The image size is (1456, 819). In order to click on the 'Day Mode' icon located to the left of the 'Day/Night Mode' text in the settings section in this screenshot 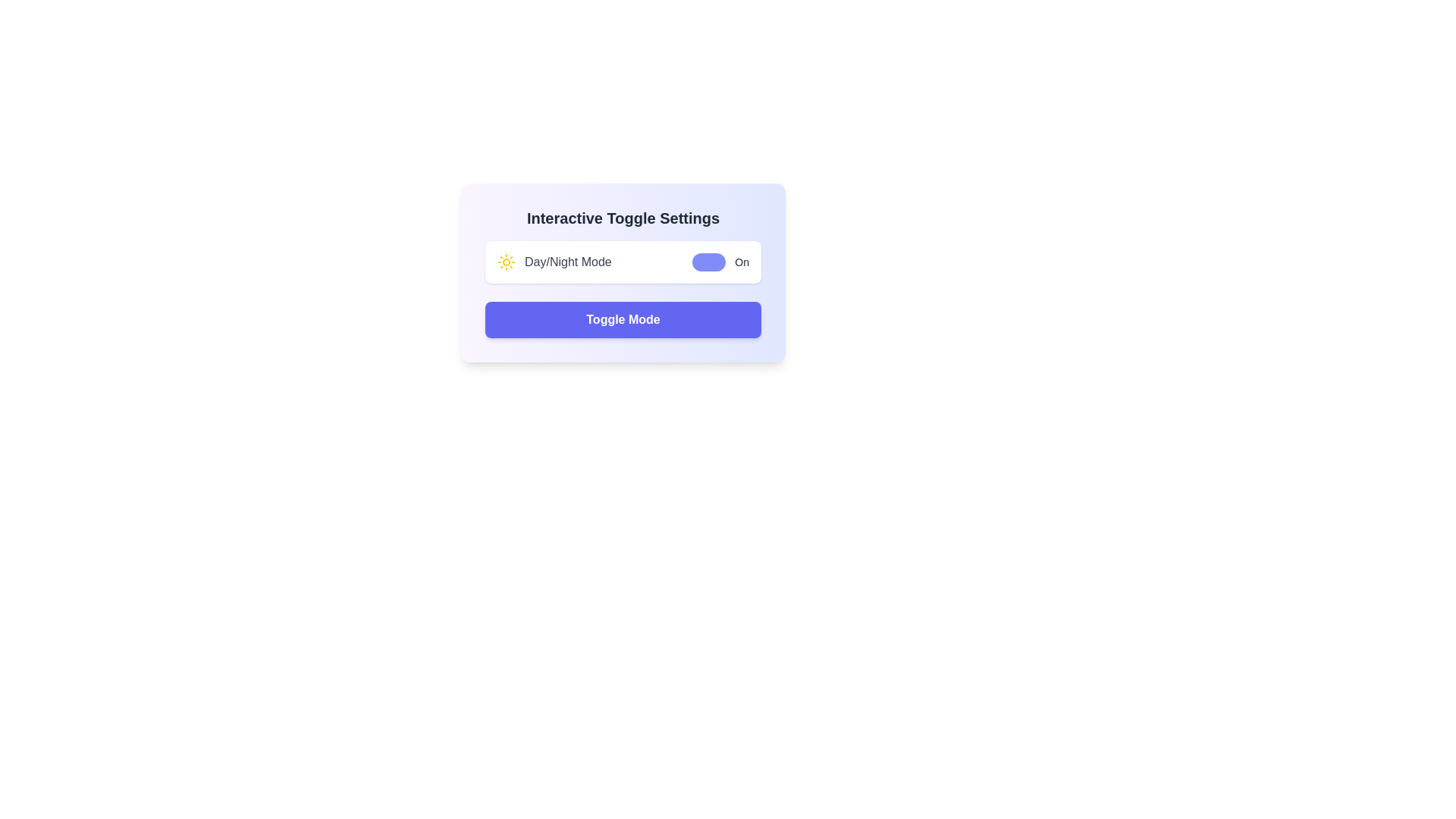, I will do `click(506, 262)`.